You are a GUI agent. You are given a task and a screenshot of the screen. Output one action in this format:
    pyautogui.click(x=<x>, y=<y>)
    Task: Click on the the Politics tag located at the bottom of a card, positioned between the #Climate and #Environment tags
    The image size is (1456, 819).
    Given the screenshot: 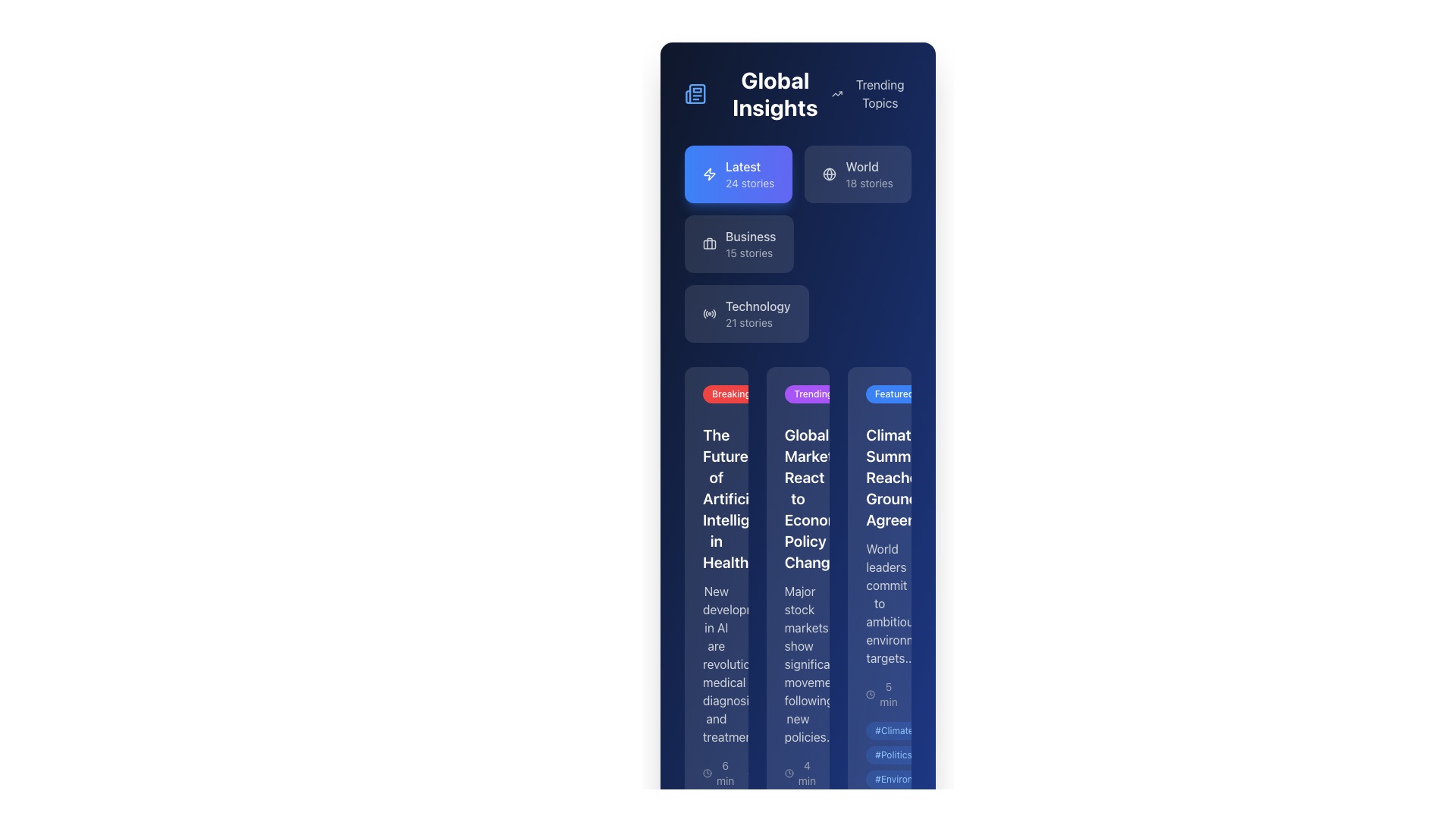 What is the action you would take?
    pyautogui.click(x=893, y=755)
    